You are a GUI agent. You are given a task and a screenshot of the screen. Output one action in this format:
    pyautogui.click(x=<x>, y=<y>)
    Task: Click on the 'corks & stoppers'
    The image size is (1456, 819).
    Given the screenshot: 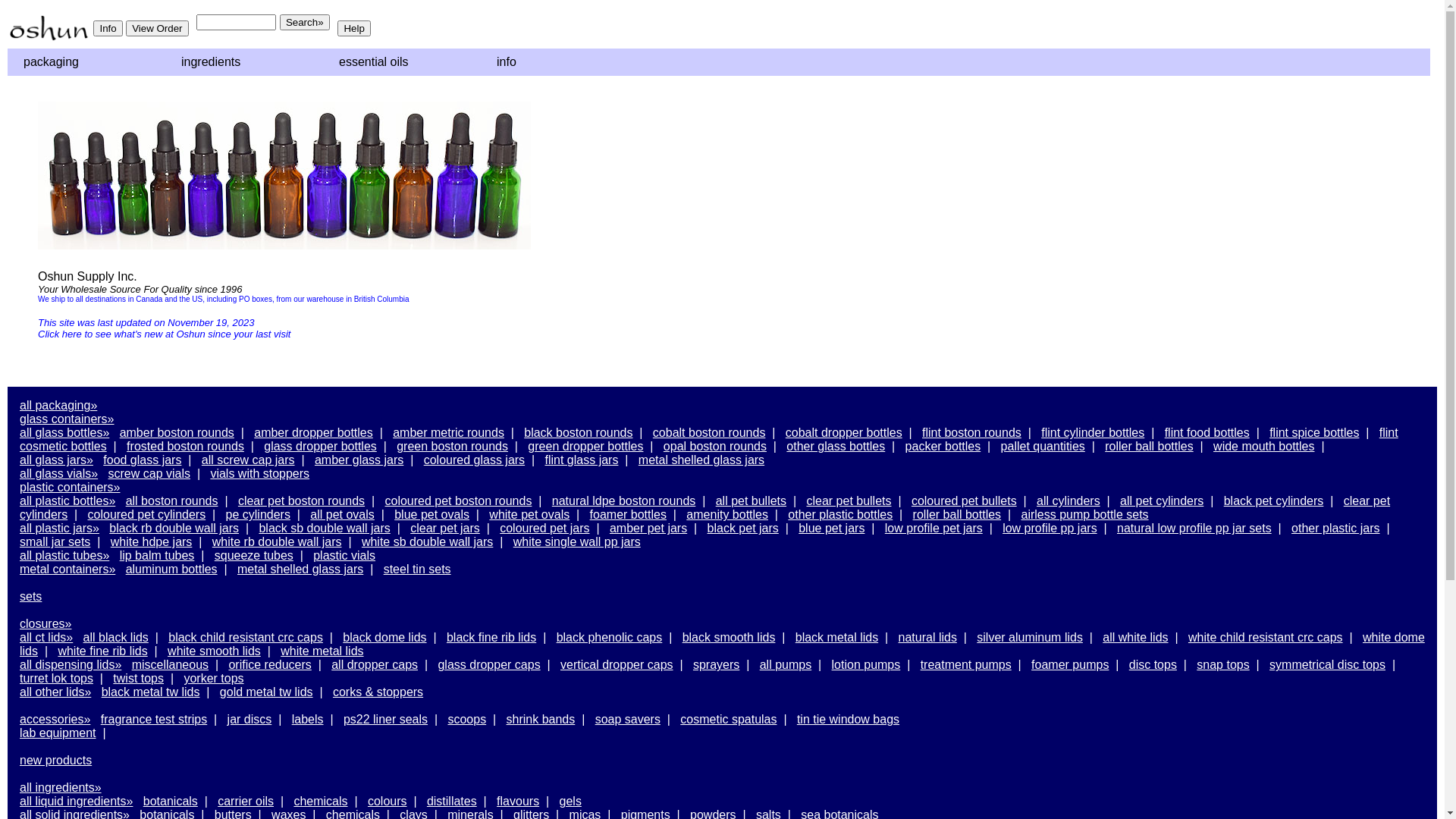 What is the action you would take?
    pyautogui.click(x=331, y=692)
    